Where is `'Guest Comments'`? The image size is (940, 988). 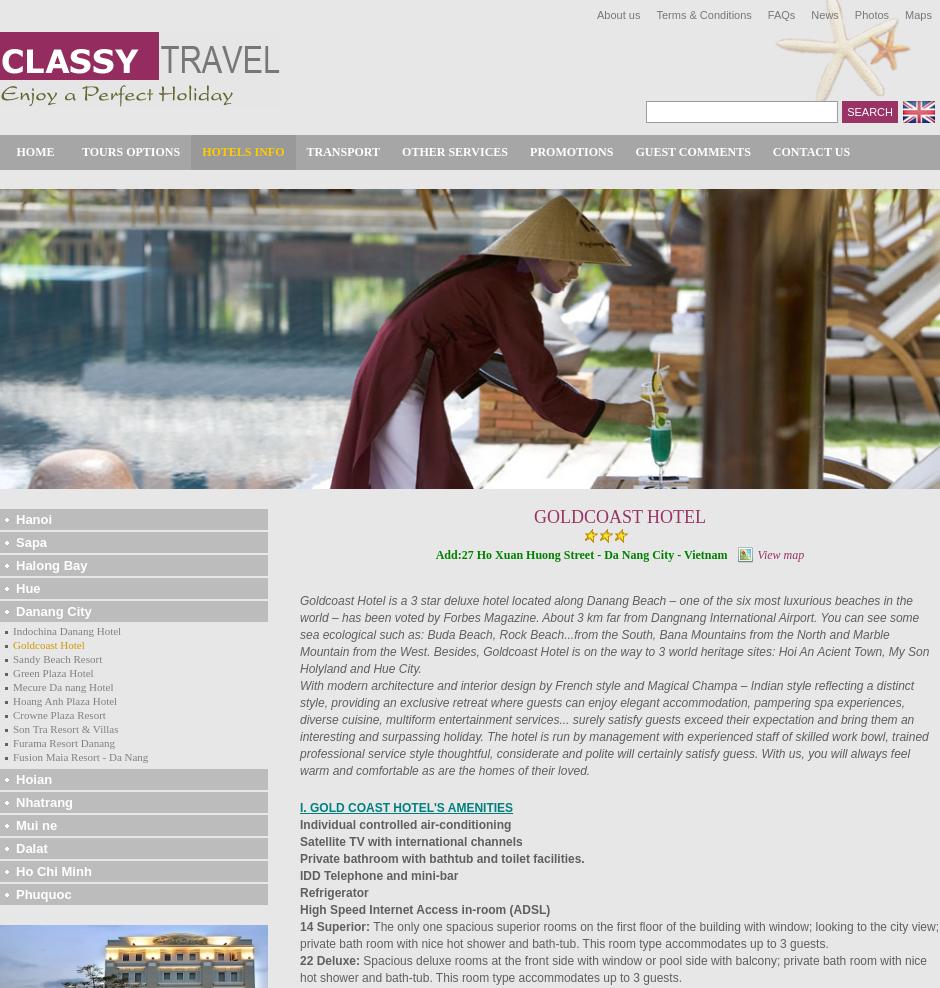 'Guest Comments' is located at coordinates (634, 150).